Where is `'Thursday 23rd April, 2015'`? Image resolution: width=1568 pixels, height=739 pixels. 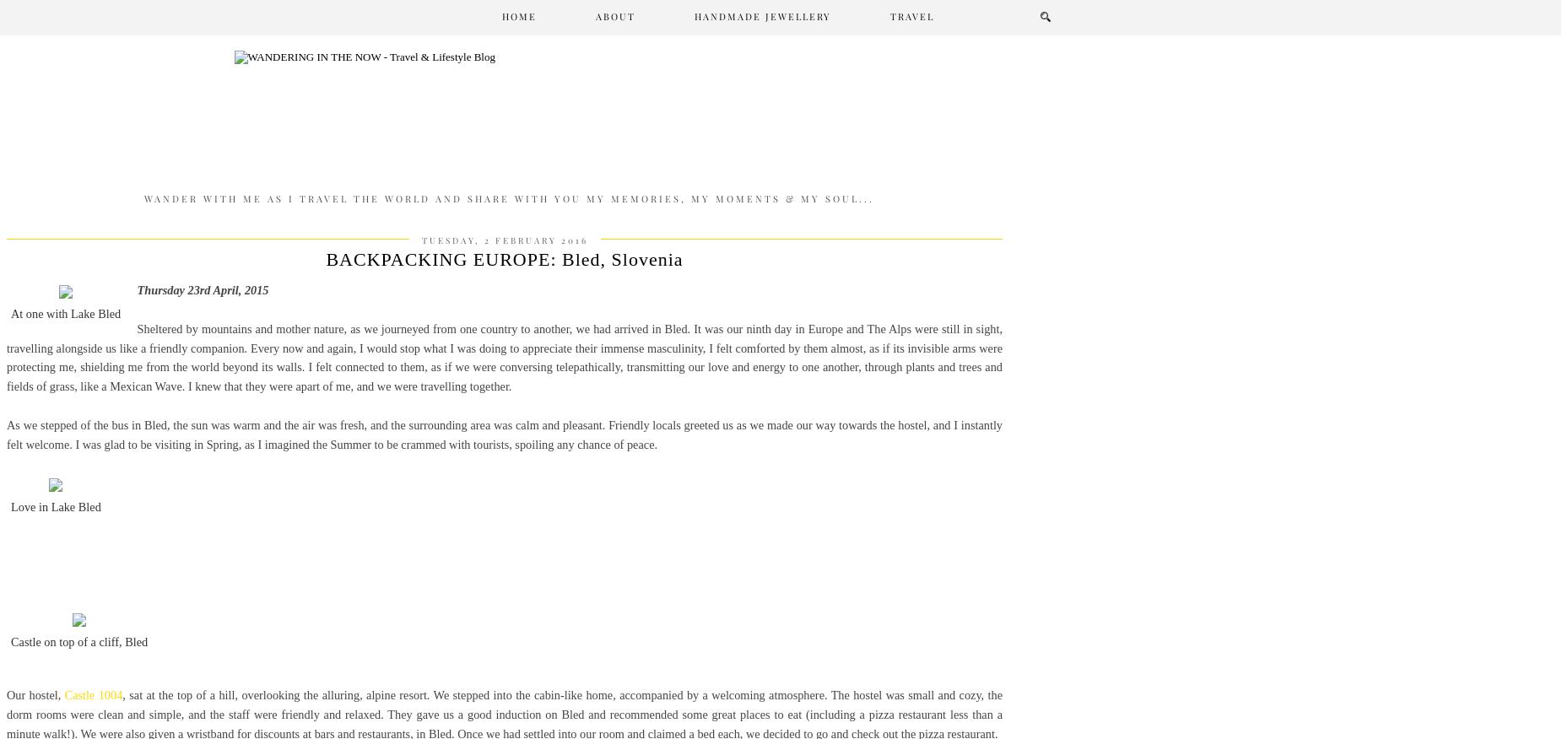 'Thursday 23rd April, 2015' is located at coordinates (202, 289).